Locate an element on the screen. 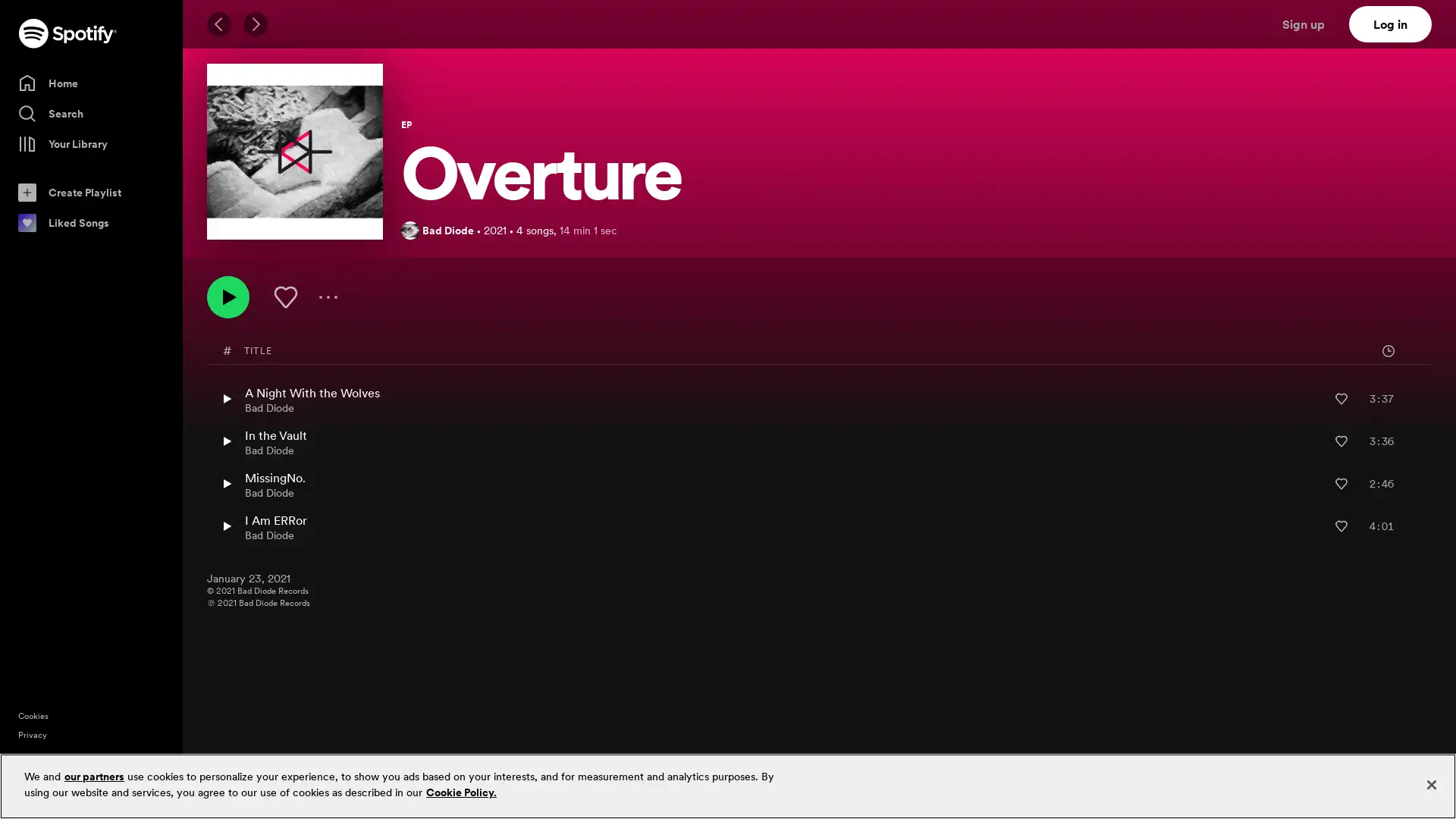  Play MissingNo. by Bad Diode is located at coordinates (225, 483).